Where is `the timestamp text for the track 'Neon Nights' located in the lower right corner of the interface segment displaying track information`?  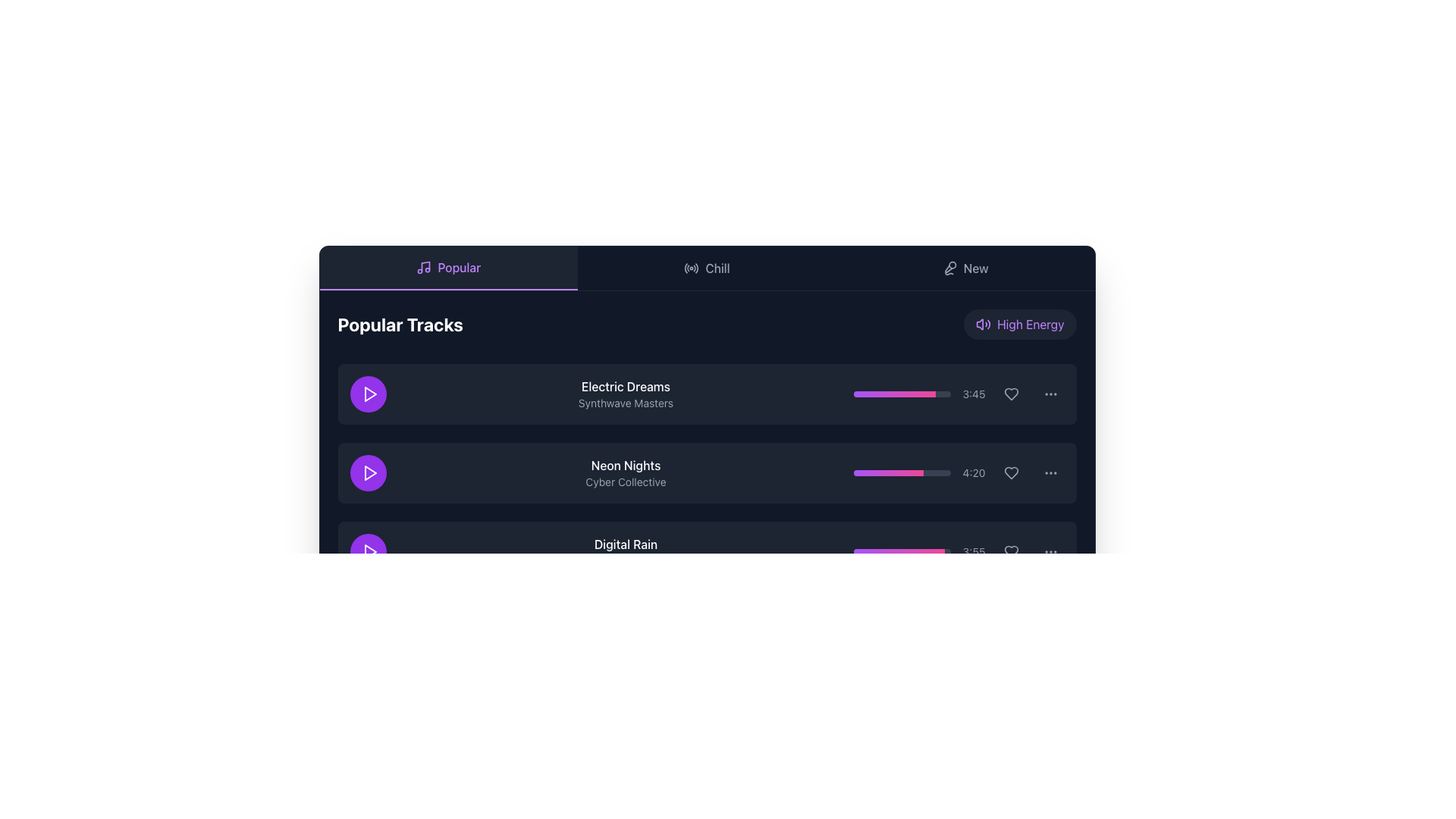
the timestamp text for the track 'Neon Nights' located in the lower right corner of the interface segment displaying track information is located at coordinates (974, 472).